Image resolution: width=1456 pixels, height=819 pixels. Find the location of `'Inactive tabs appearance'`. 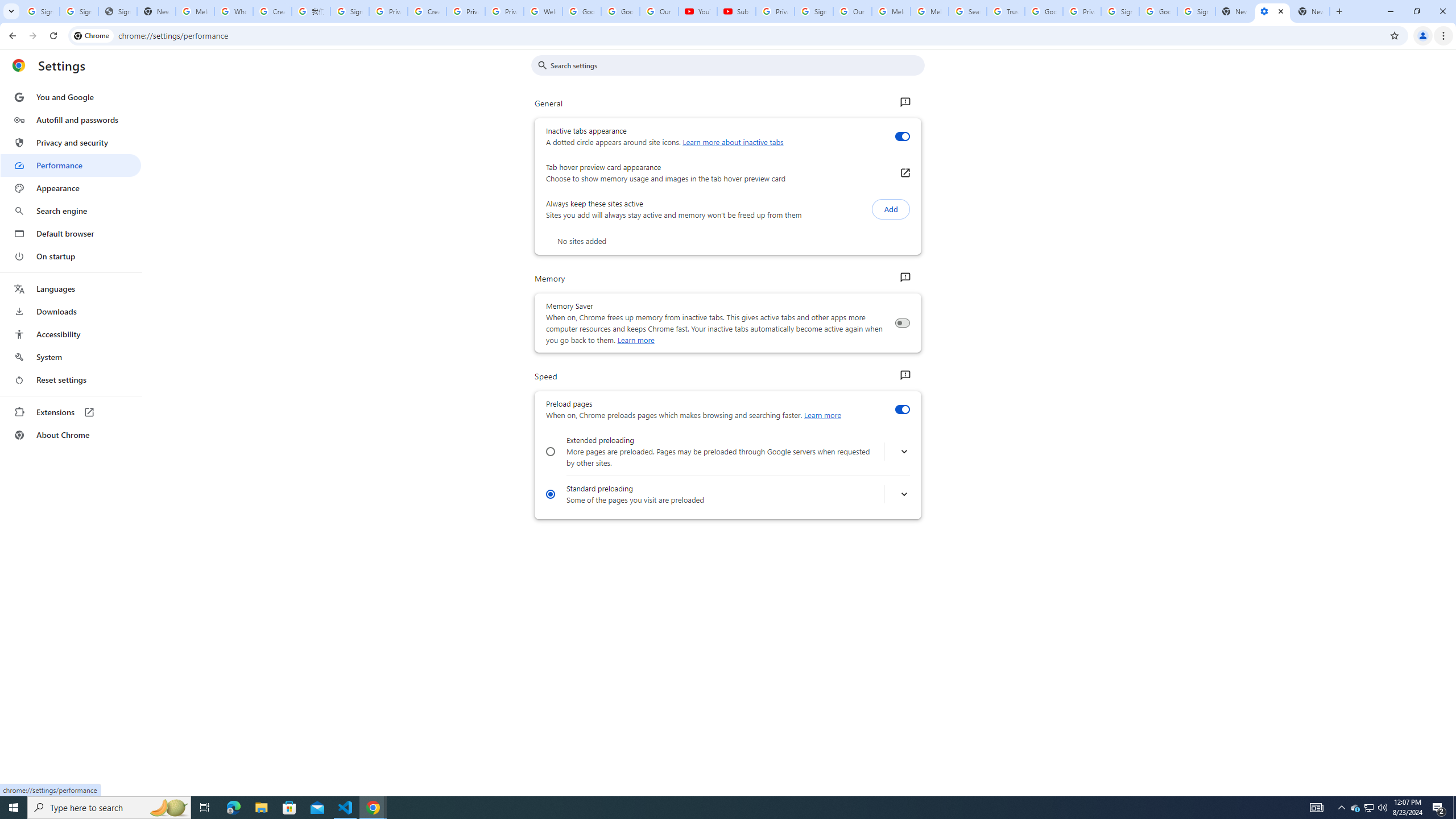

'Inactive tabs appearance' is located at coordinates (901, 136).